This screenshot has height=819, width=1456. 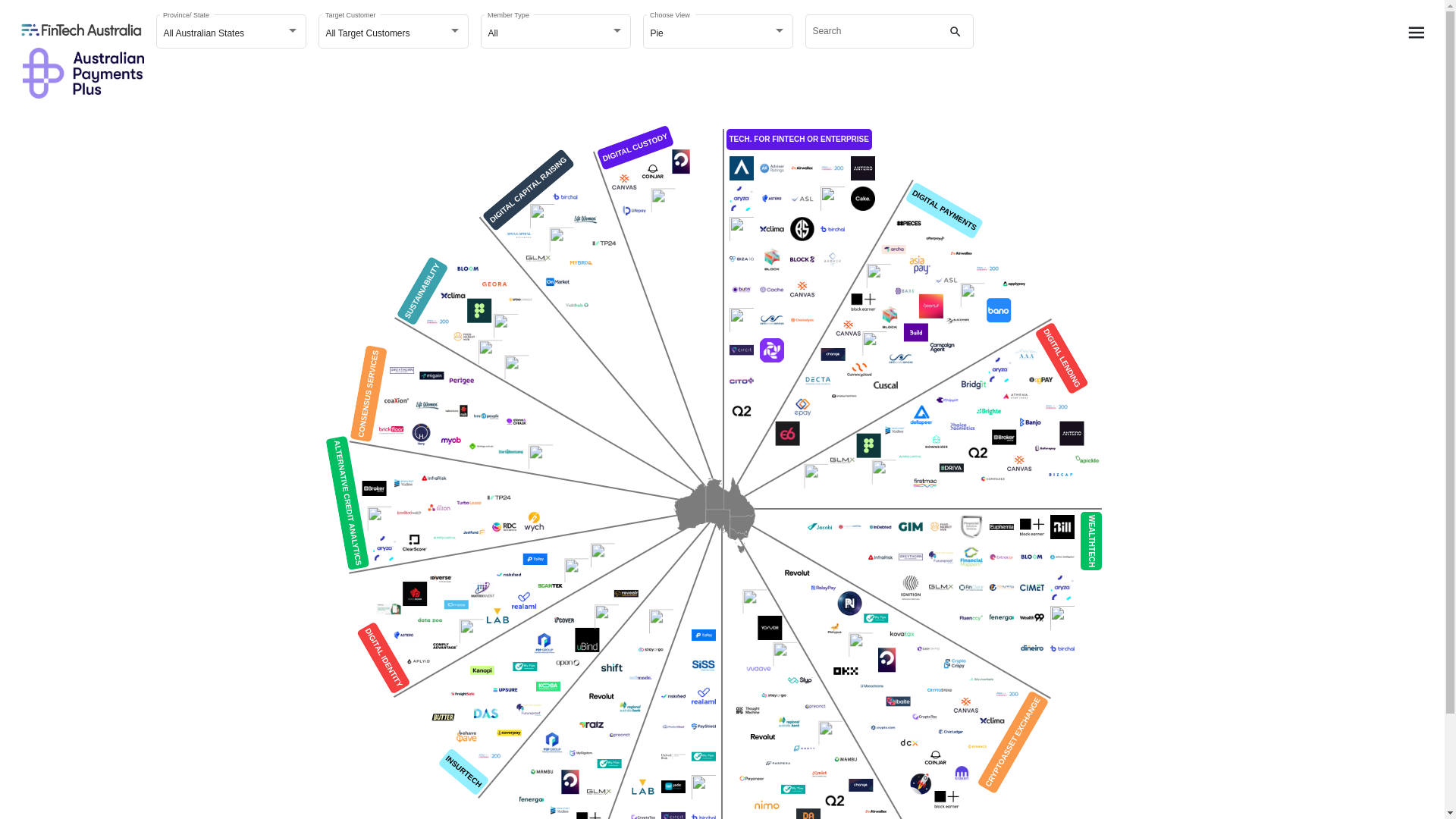 What do you see at coordinates (563, 620) in the screenshot?
I see `'upcover'` at bounding box center [563, 620].